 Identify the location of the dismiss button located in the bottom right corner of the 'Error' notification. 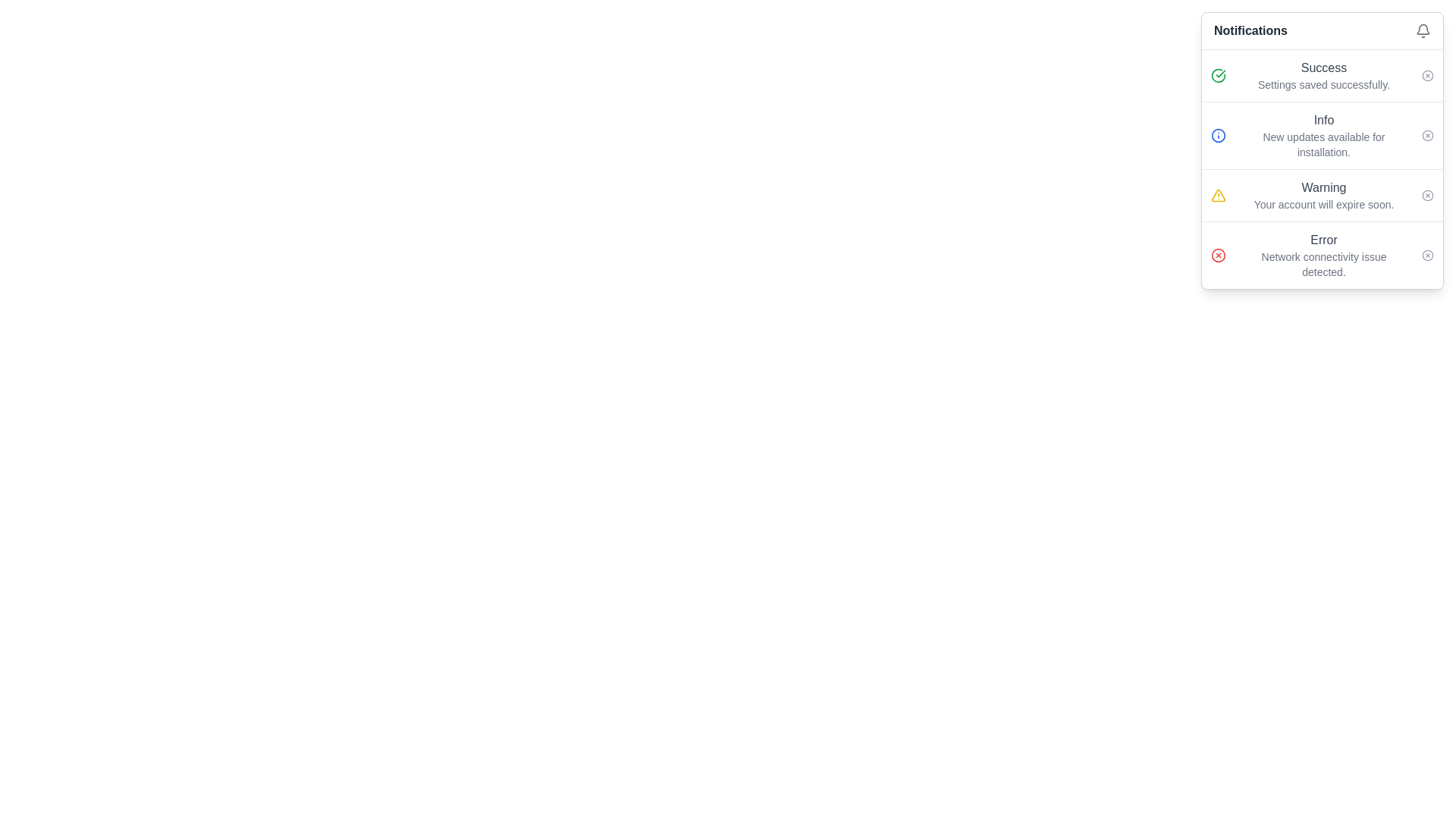
(1426, 254).